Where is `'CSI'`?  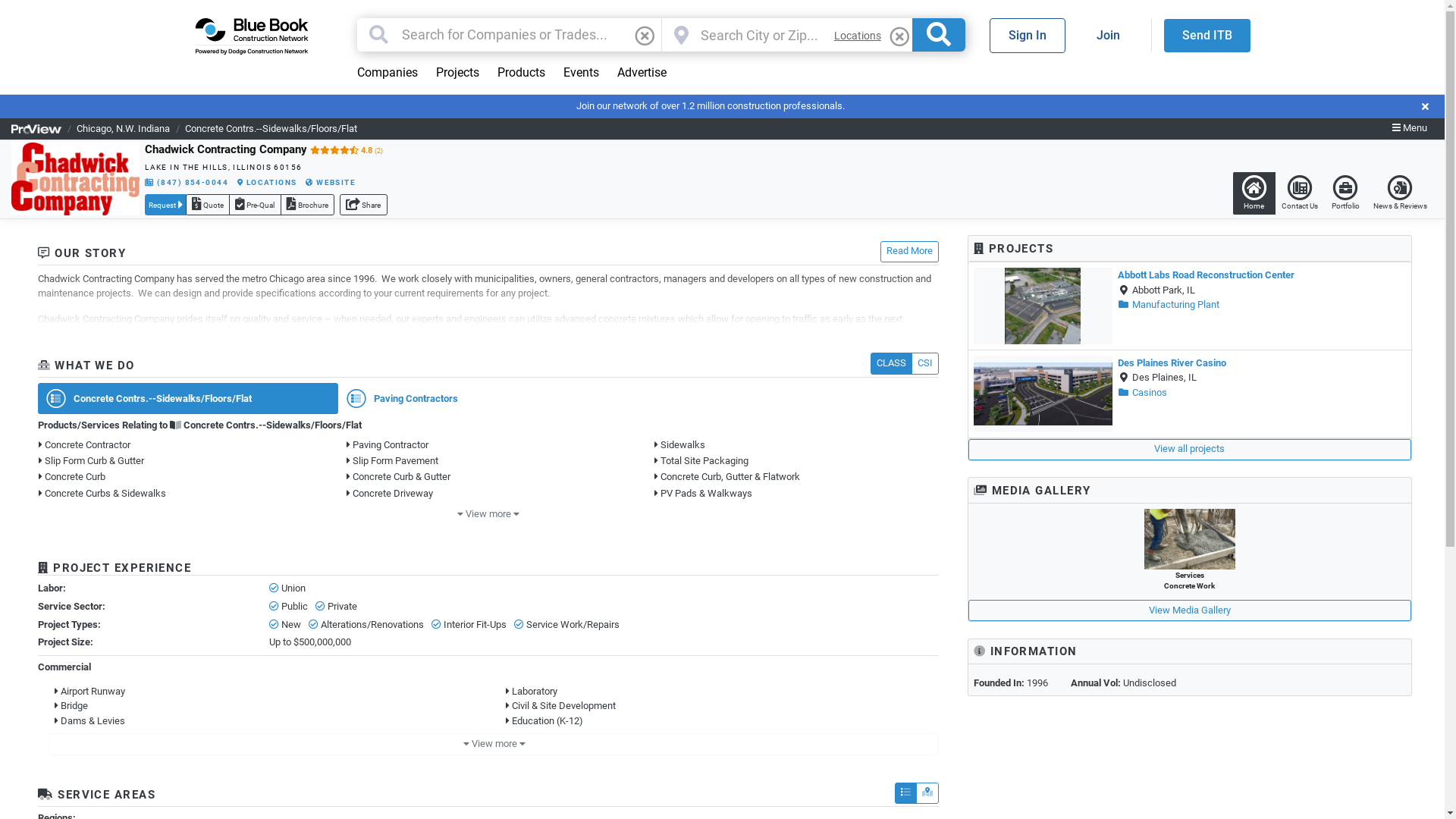
'CSI' is located at coordinates (924, 362).